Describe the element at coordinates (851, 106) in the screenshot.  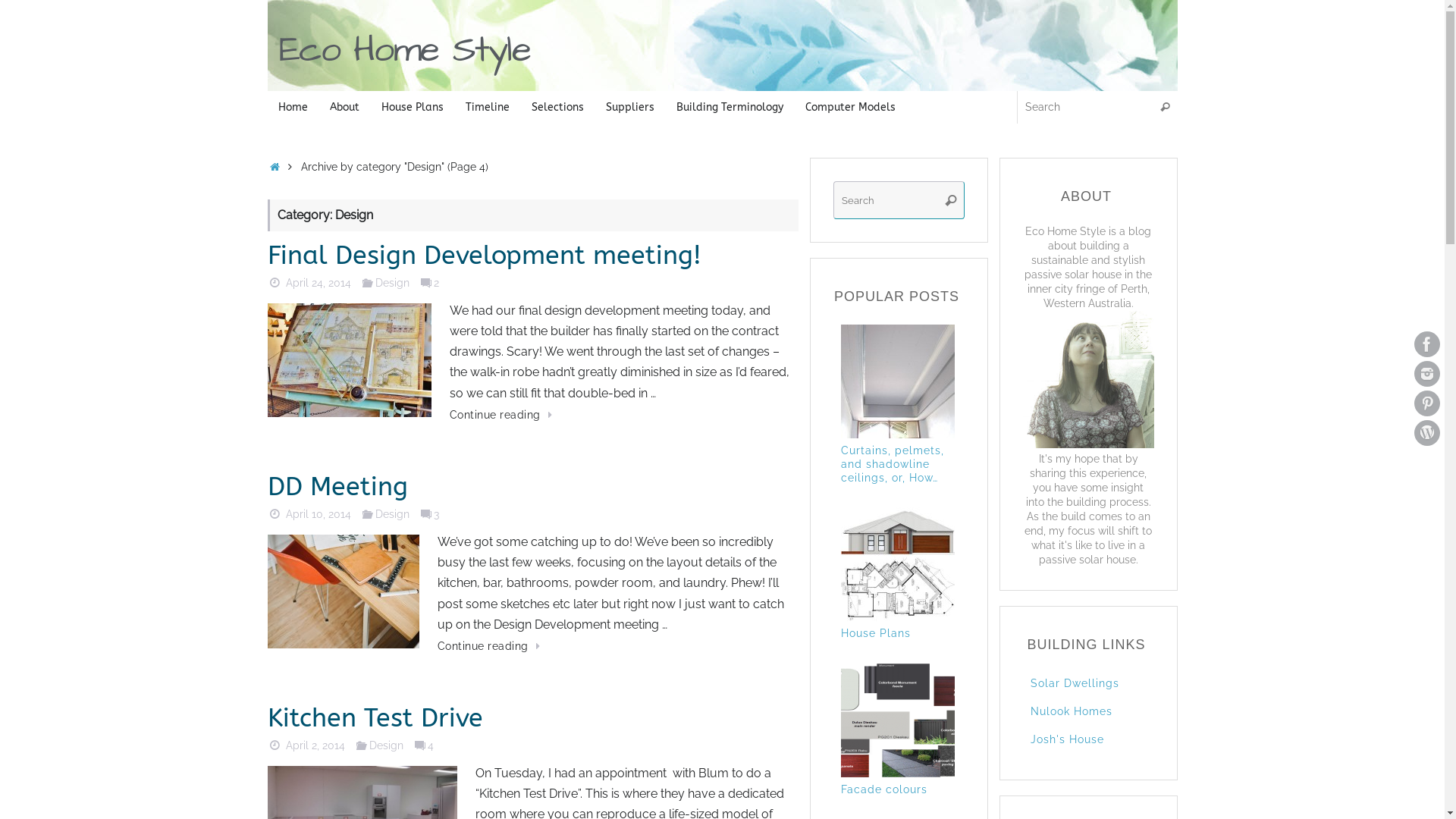
I see `'Computer Models'` at that location.